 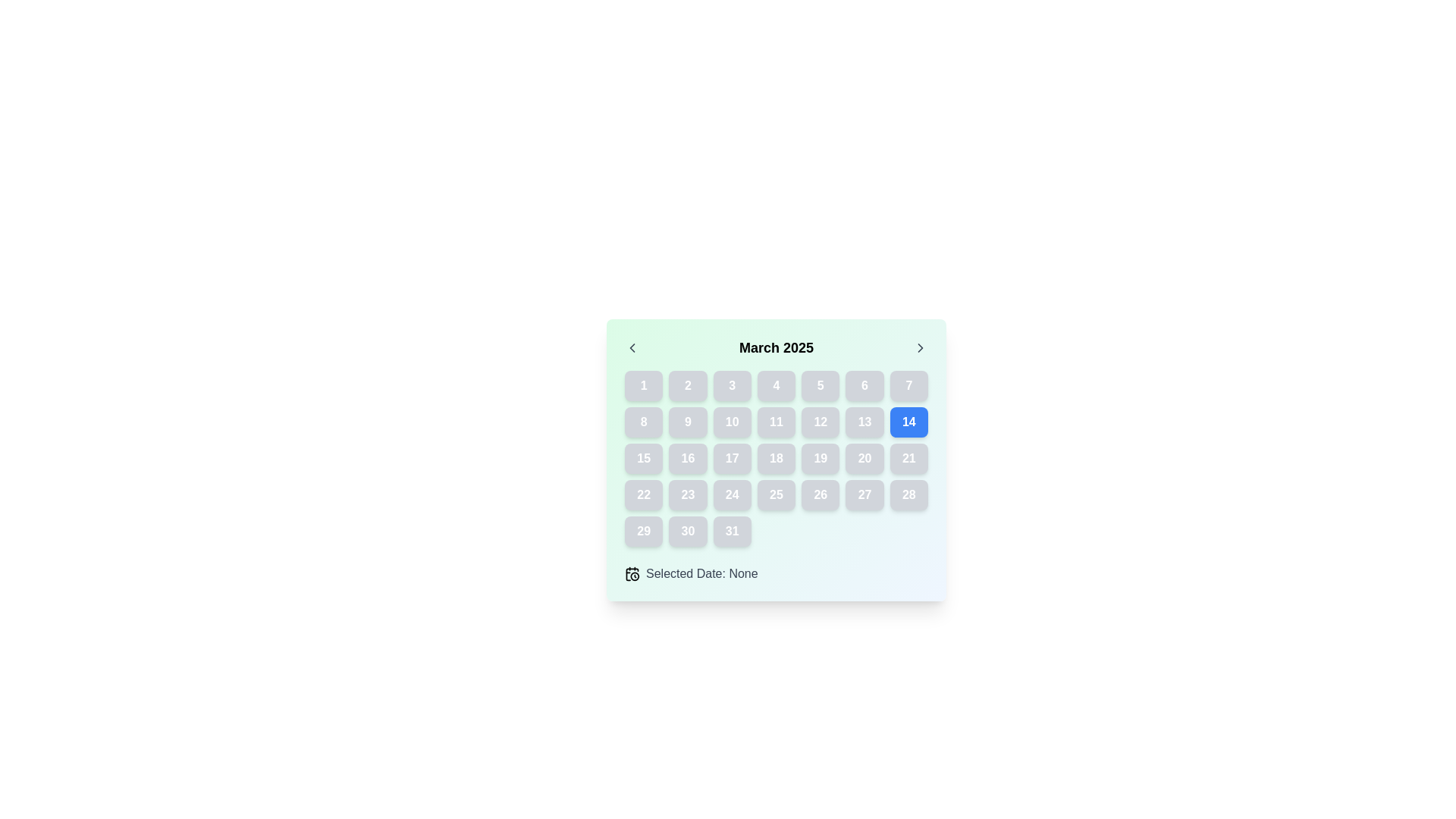 I want to click on the square-shaped button displaying the number '4', which has a gray background that changes to blue on hover, so click(x=776, y=385).